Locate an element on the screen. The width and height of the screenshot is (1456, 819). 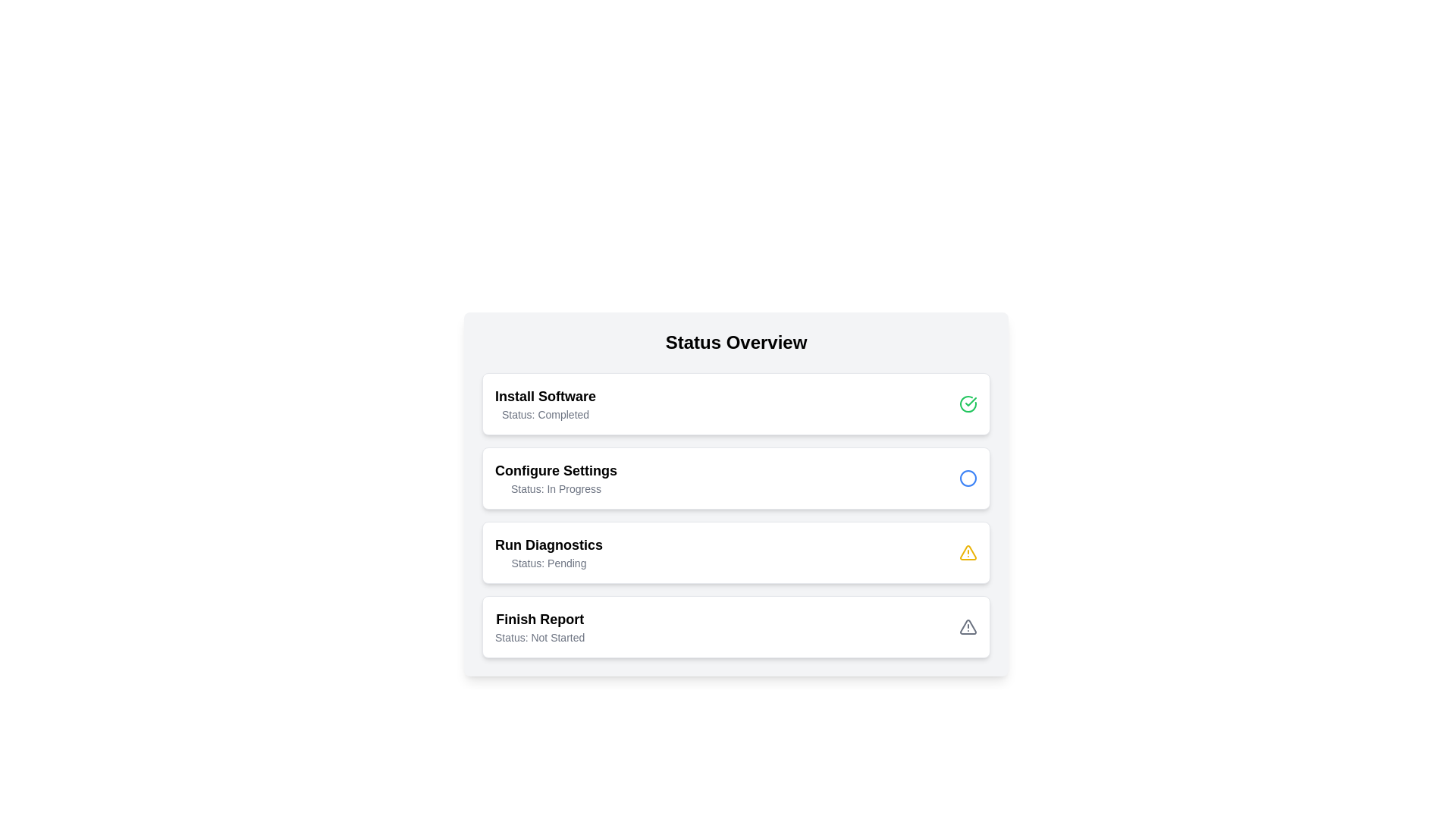
text content of the status Text label located below the 'Configure Settings' title in the interface is located at coordinates (555, 488).